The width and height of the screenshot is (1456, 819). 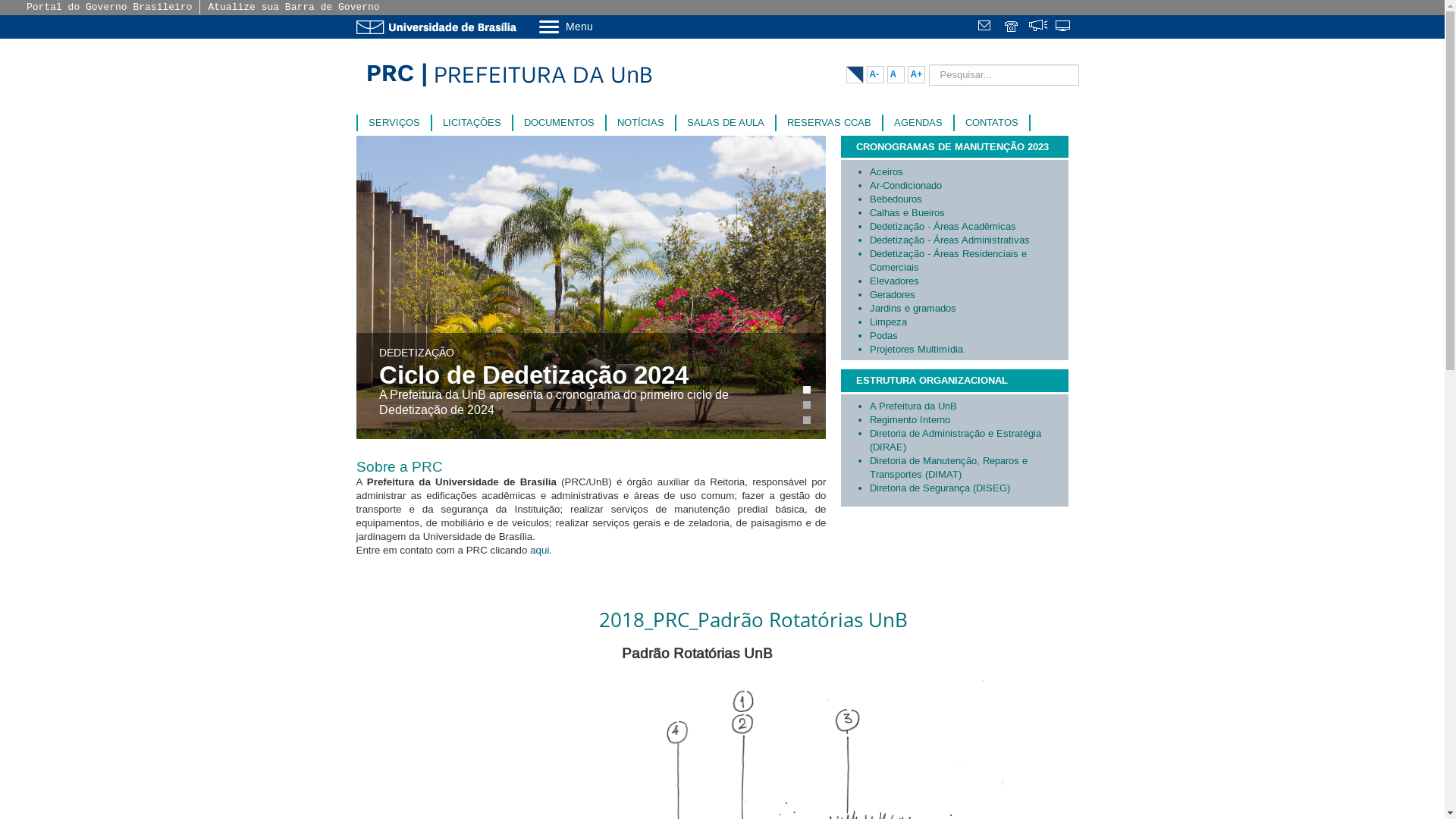 What do you see at coordinates (870, 281) in the screenshot?
I see `'Elevadores'` at bounding box center [870, 281].